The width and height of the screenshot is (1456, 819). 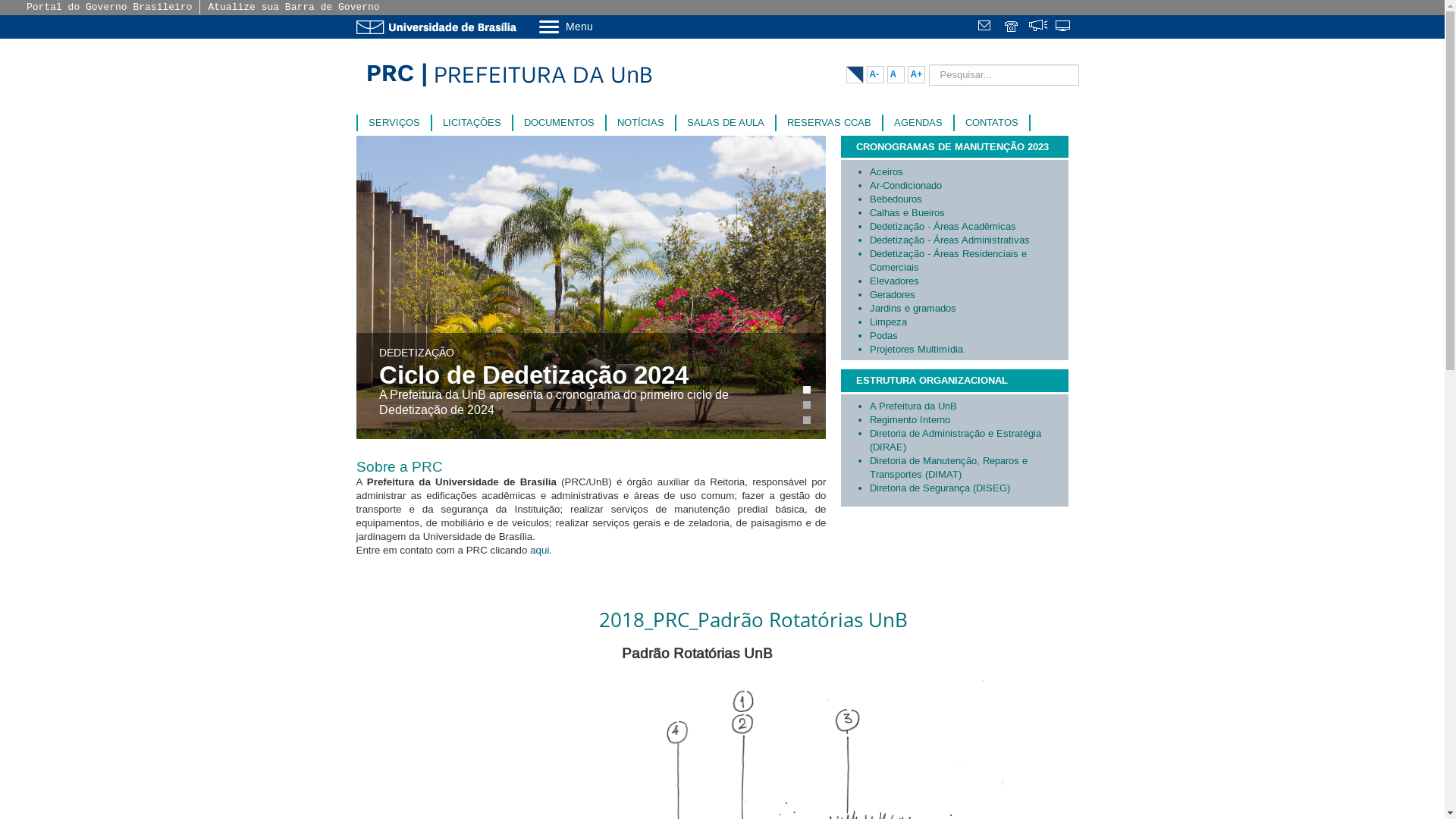 What do you see at coordinates (870, 281) in the screenshot?
I see `'Elevadores'` at bounding box center [870, 281].